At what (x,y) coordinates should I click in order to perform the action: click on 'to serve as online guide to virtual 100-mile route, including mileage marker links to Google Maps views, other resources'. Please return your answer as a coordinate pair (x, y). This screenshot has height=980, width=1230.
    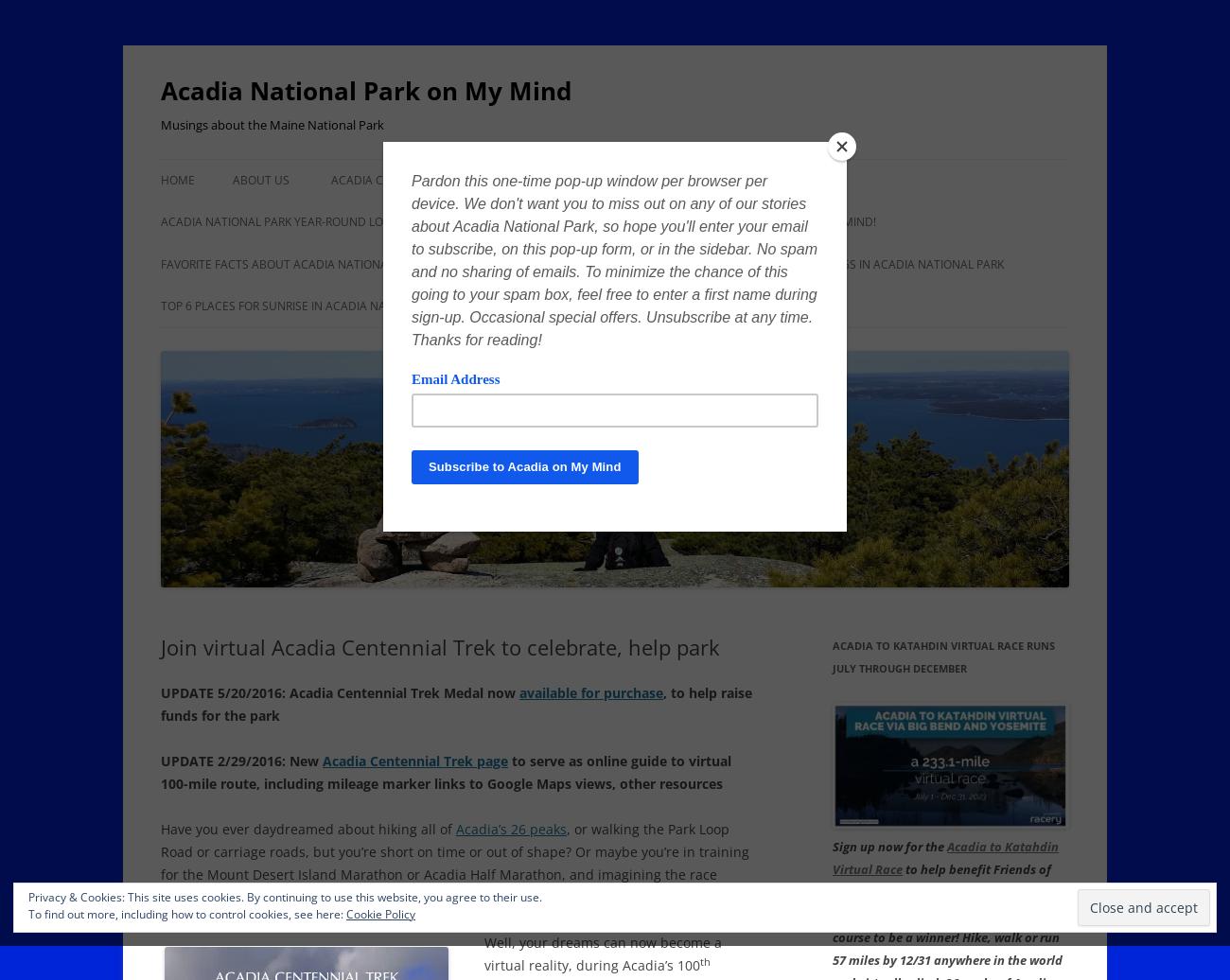
    Looking at the image, I should click on (161, 772).